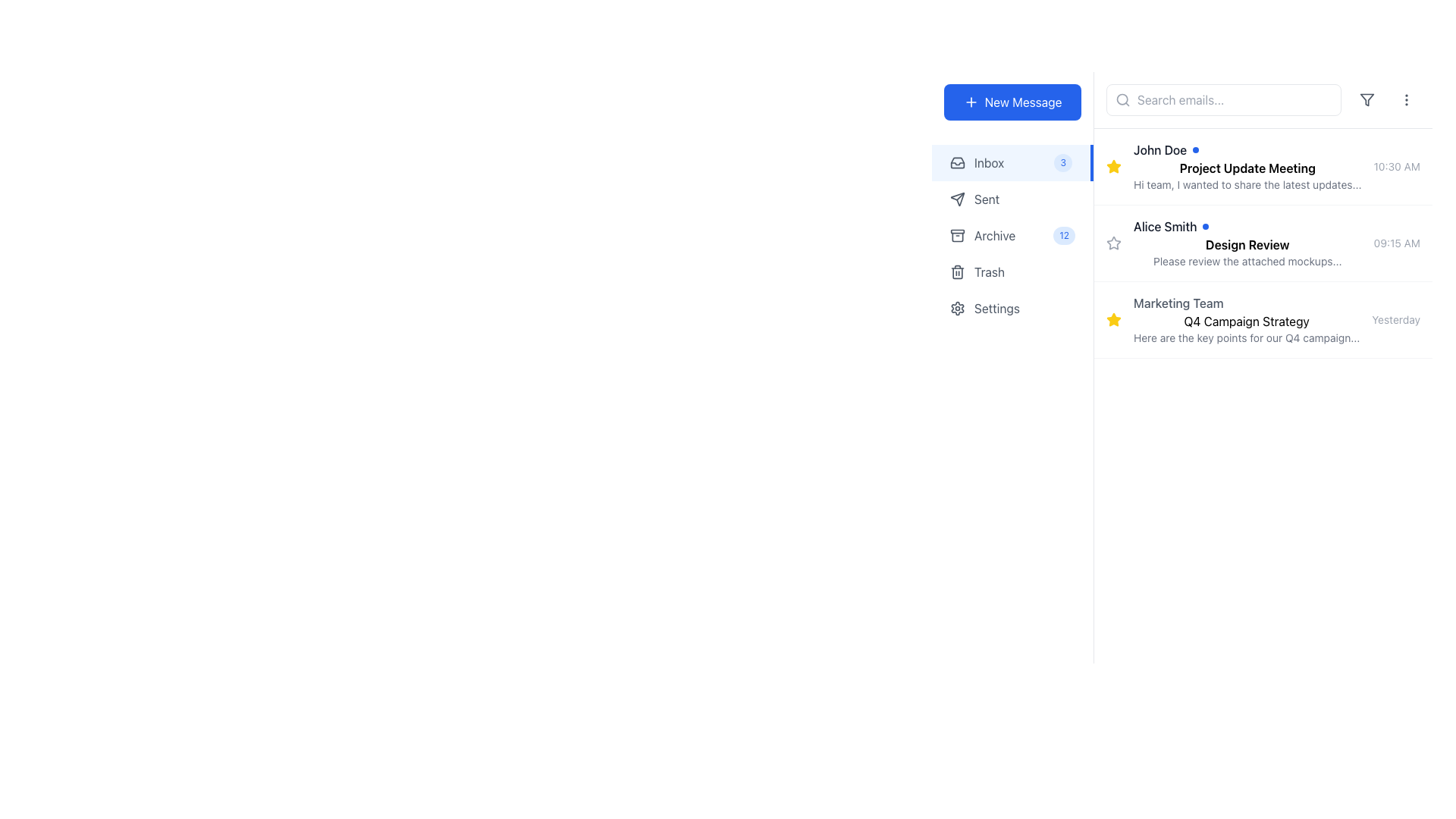 The image size is (1456, 819). Describe the element at coordinates (956, 198) in the screenshot. I see `the 'Sent' icon located in the left-side panel, next to the 'Sent' label, which signifies the 'Sent' section of the menu` at that location.